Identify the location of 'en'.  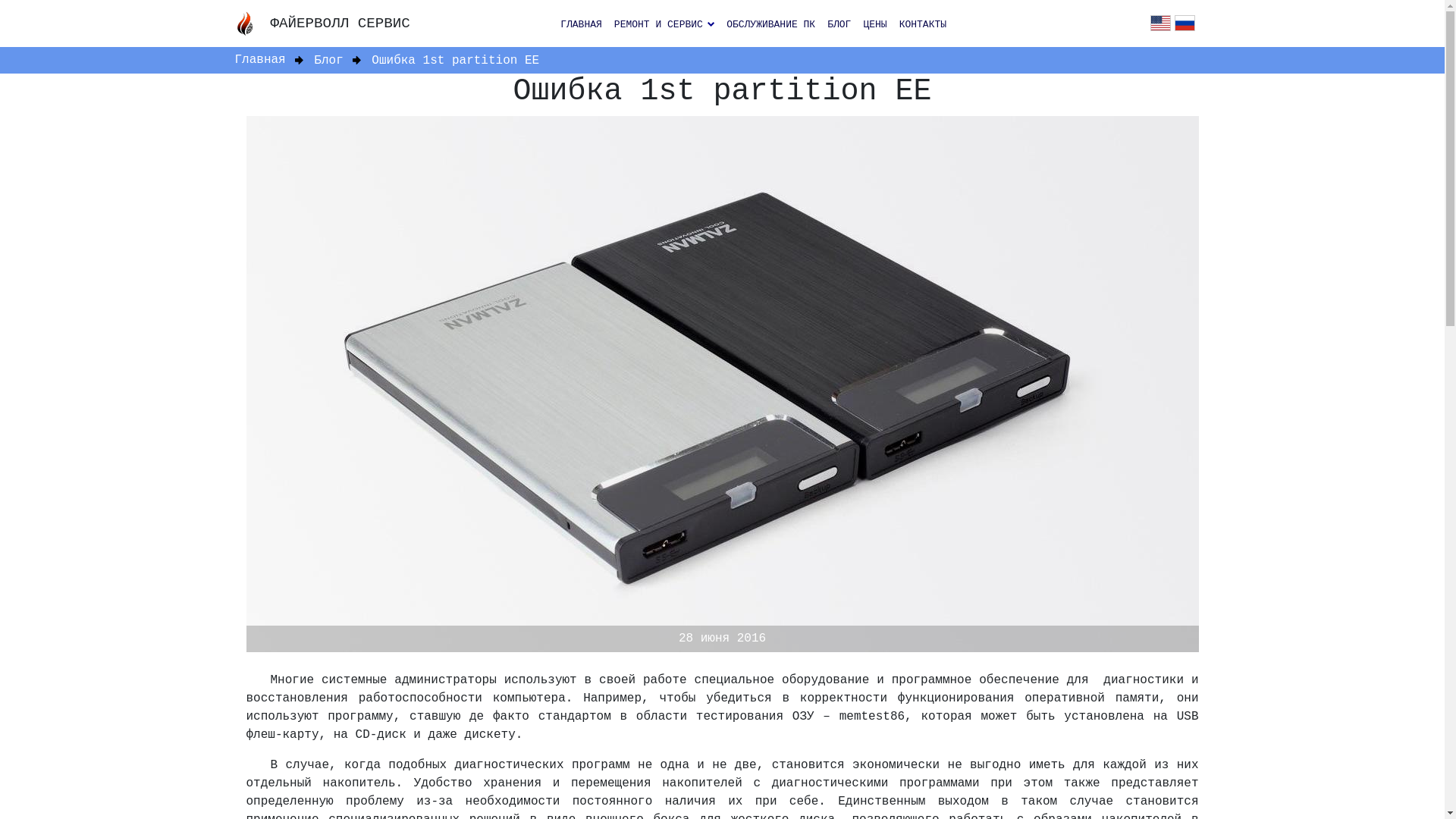
(1159, 24).